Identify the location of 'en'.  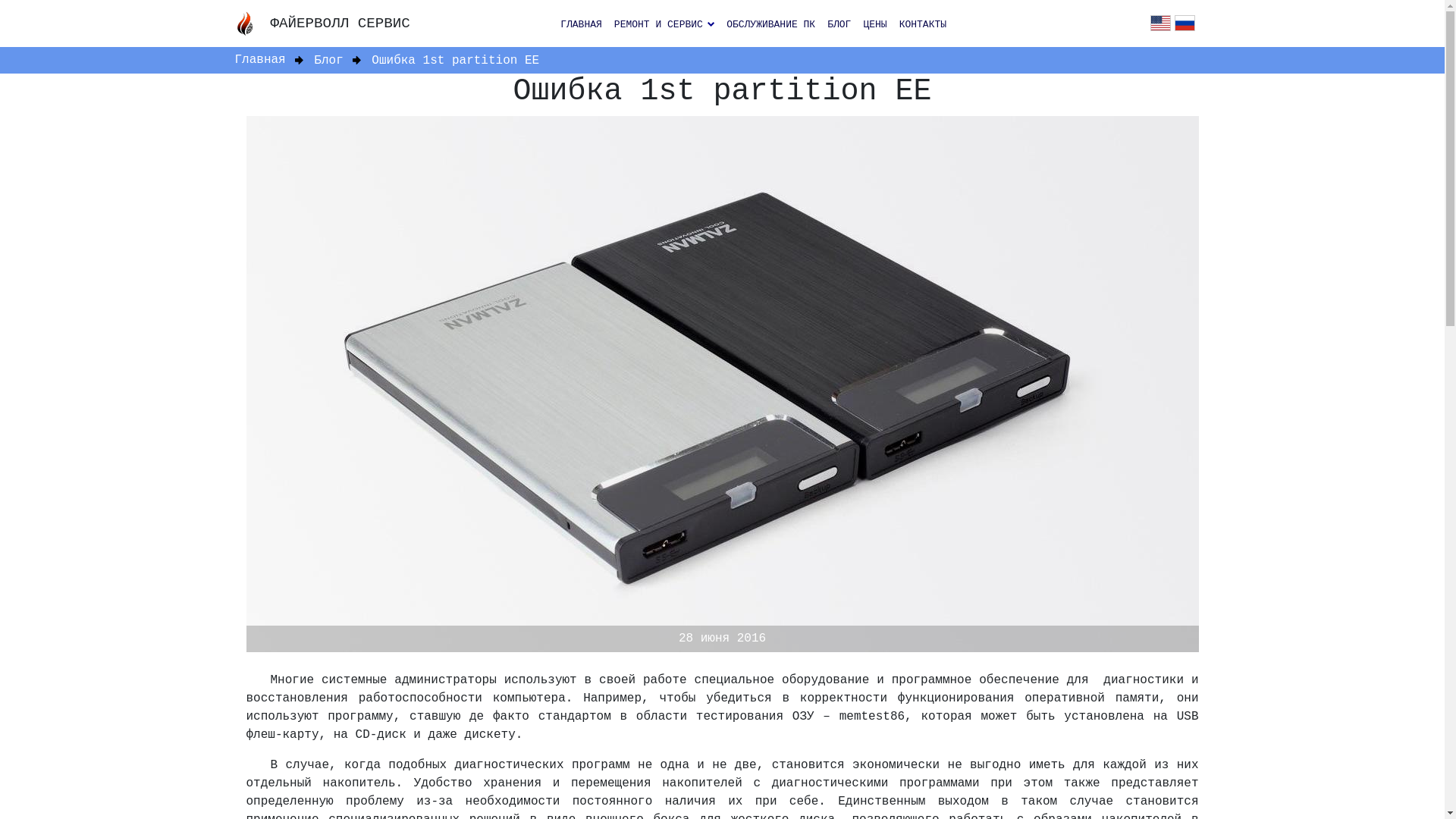
(1159, 24).